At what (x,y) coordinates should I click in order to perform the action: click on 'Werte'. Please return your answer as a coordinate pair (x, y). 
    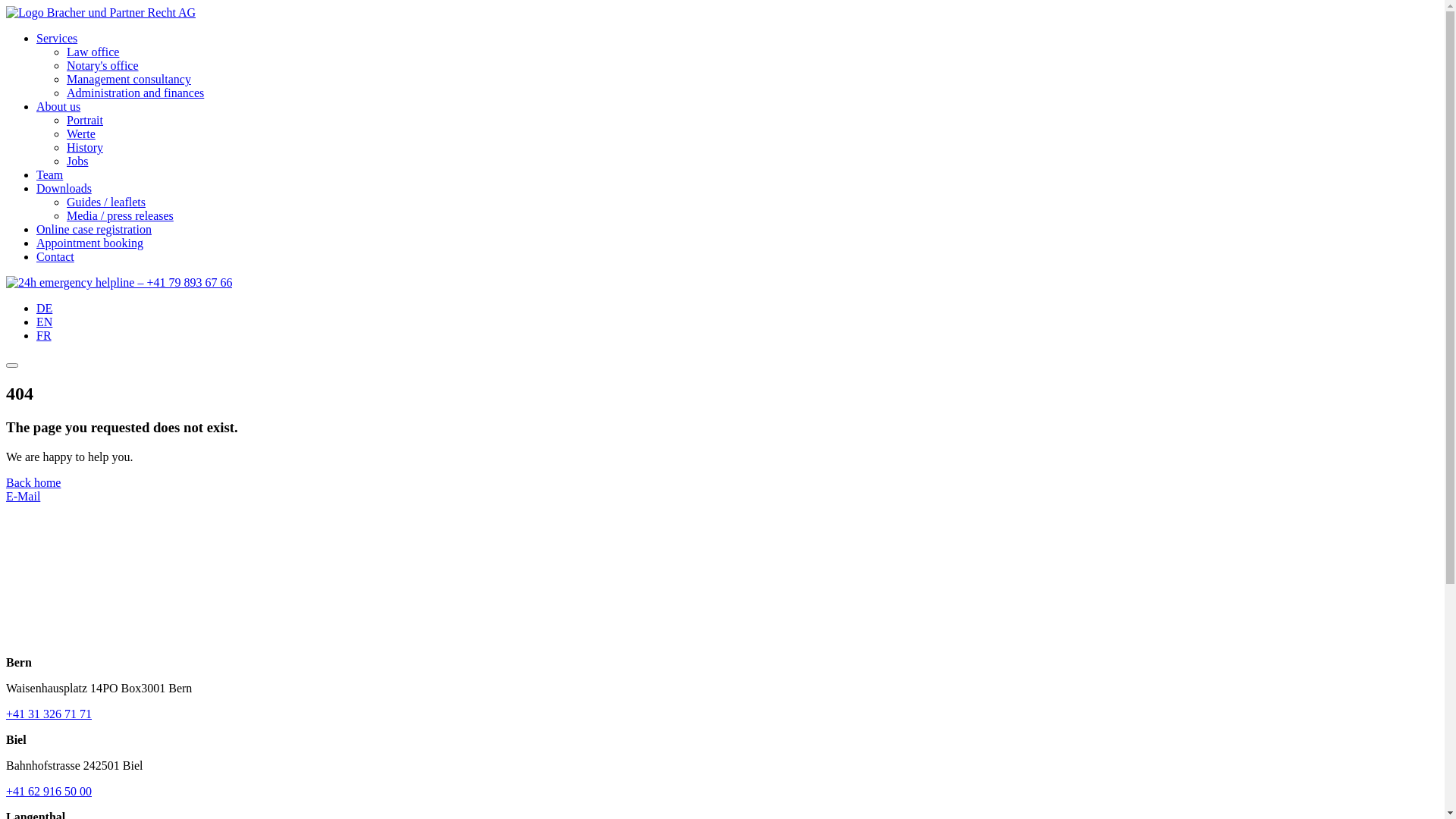
    Looking at the image, I should click on (80, 133).